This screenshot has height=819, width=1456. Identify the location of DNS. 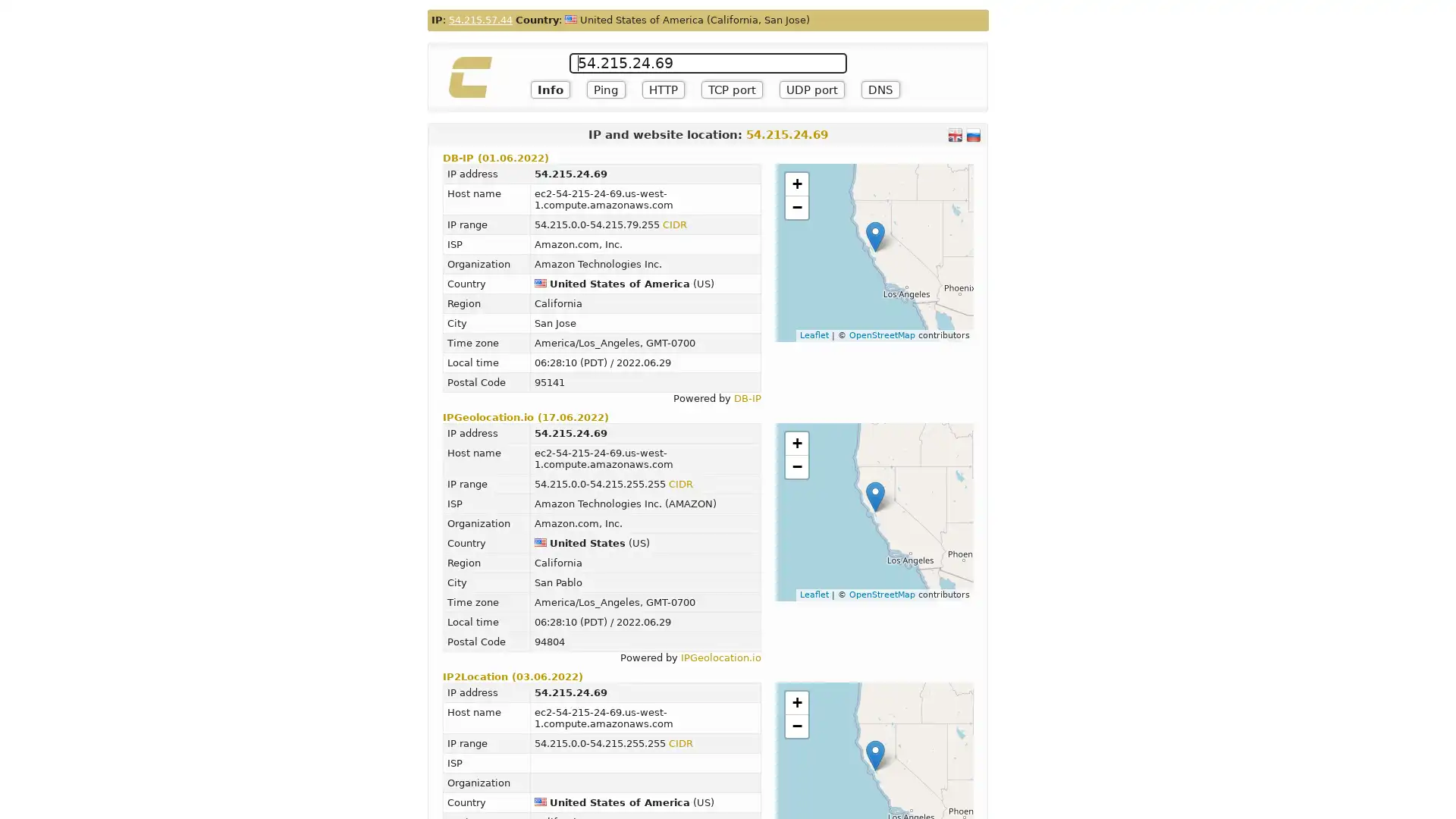
(880, 89).